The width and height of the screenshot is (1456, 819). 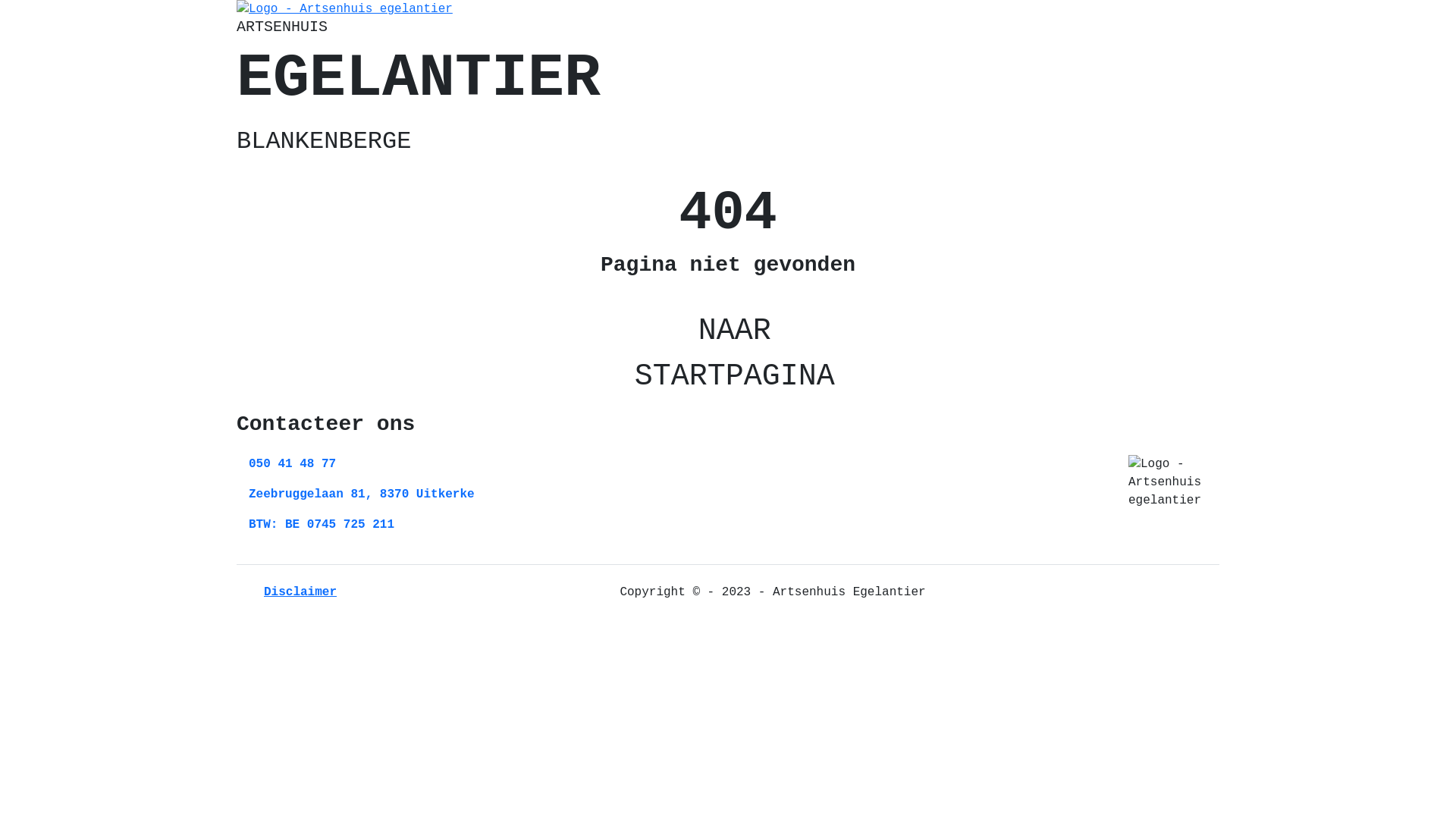 What do you see at coordinates (360, 494) in the screenshot?
I see `'Zeebruggelaan 81, 8370 Uitkerke'` at bounding box center [360, 494].